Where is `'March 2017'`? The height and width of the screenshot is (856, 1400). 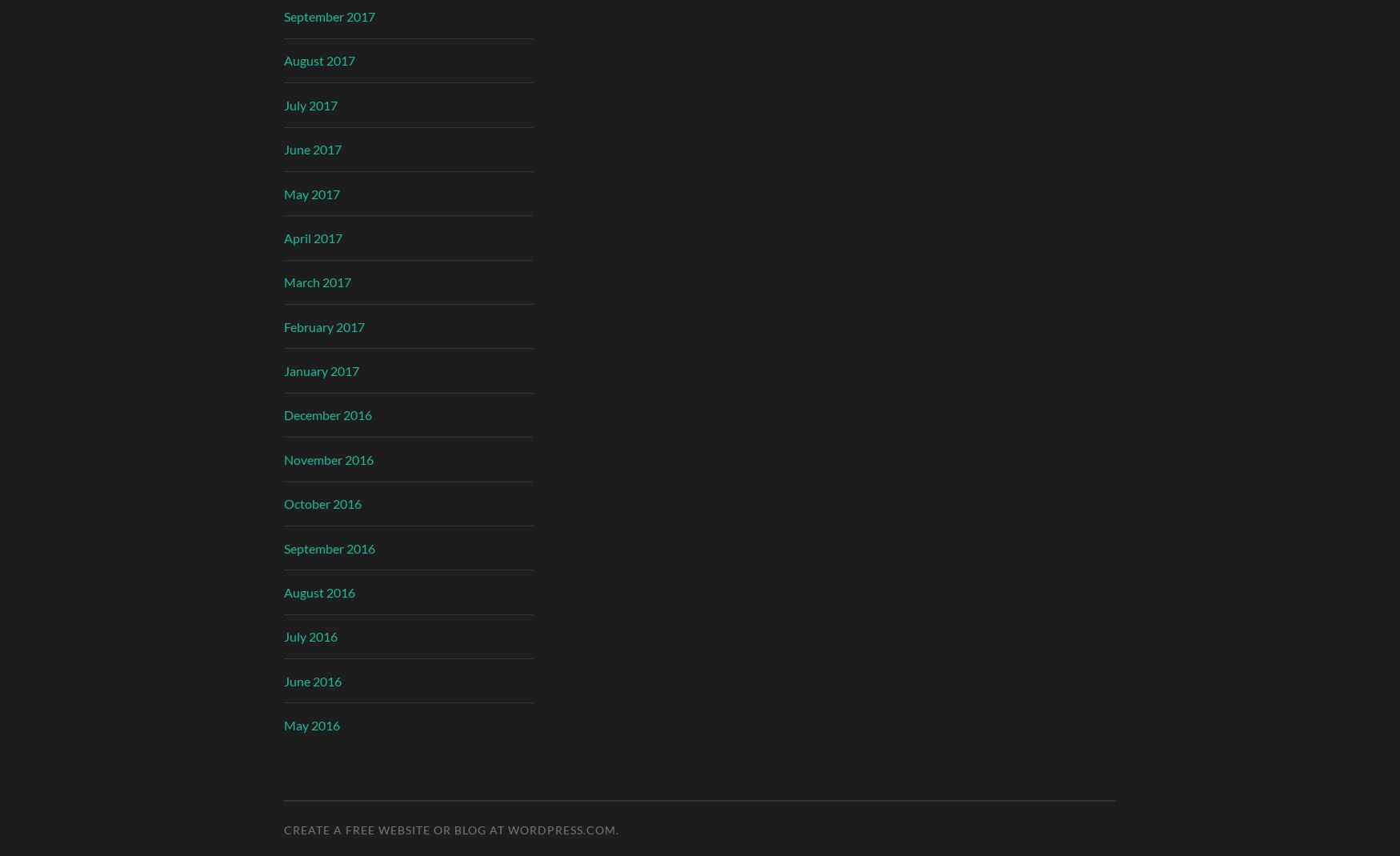 'March 2017' is located at coordinates (317, 282).